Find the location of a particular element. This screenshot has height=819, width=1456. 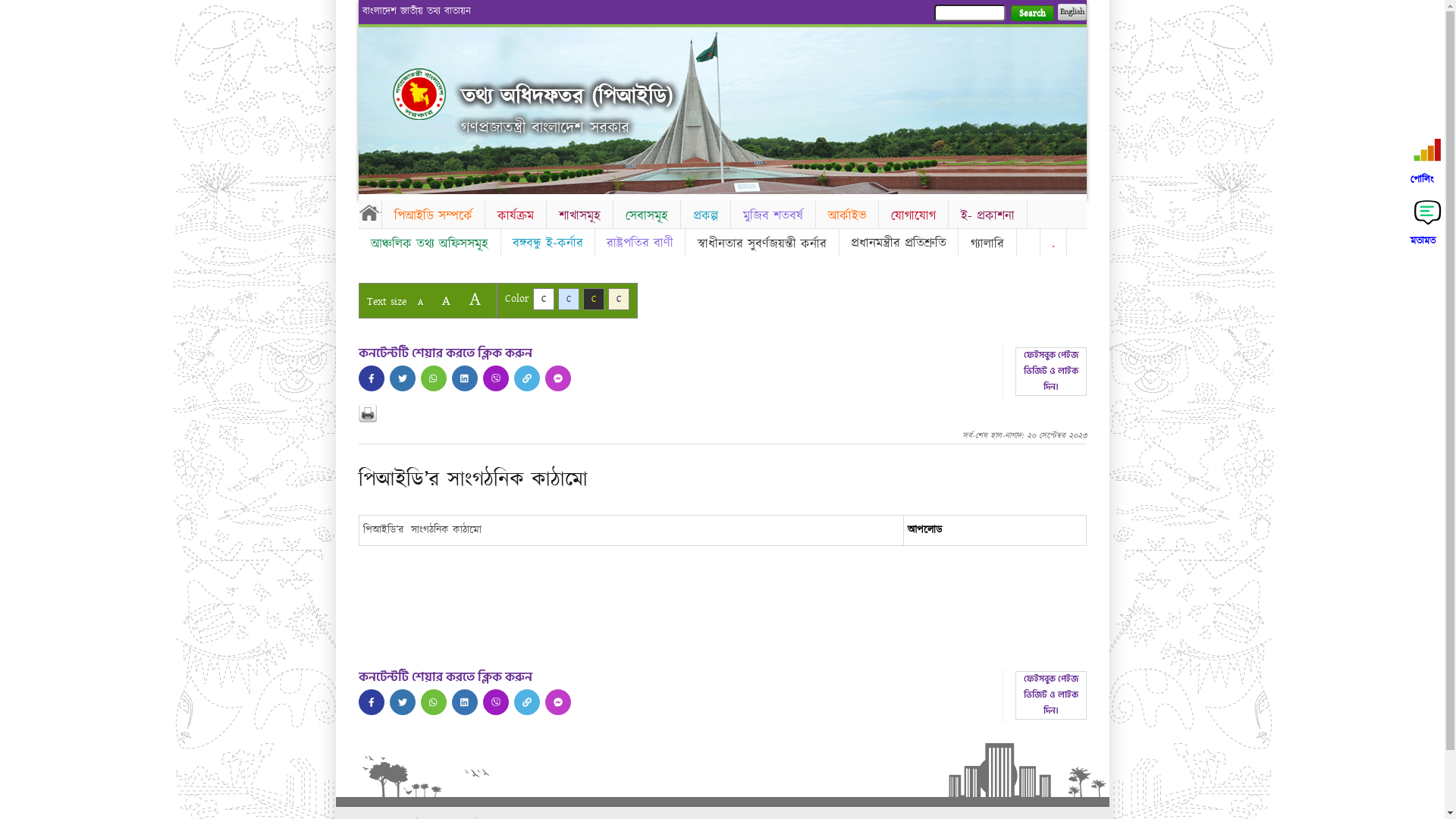

'A' is located at coordinates (473, 299).